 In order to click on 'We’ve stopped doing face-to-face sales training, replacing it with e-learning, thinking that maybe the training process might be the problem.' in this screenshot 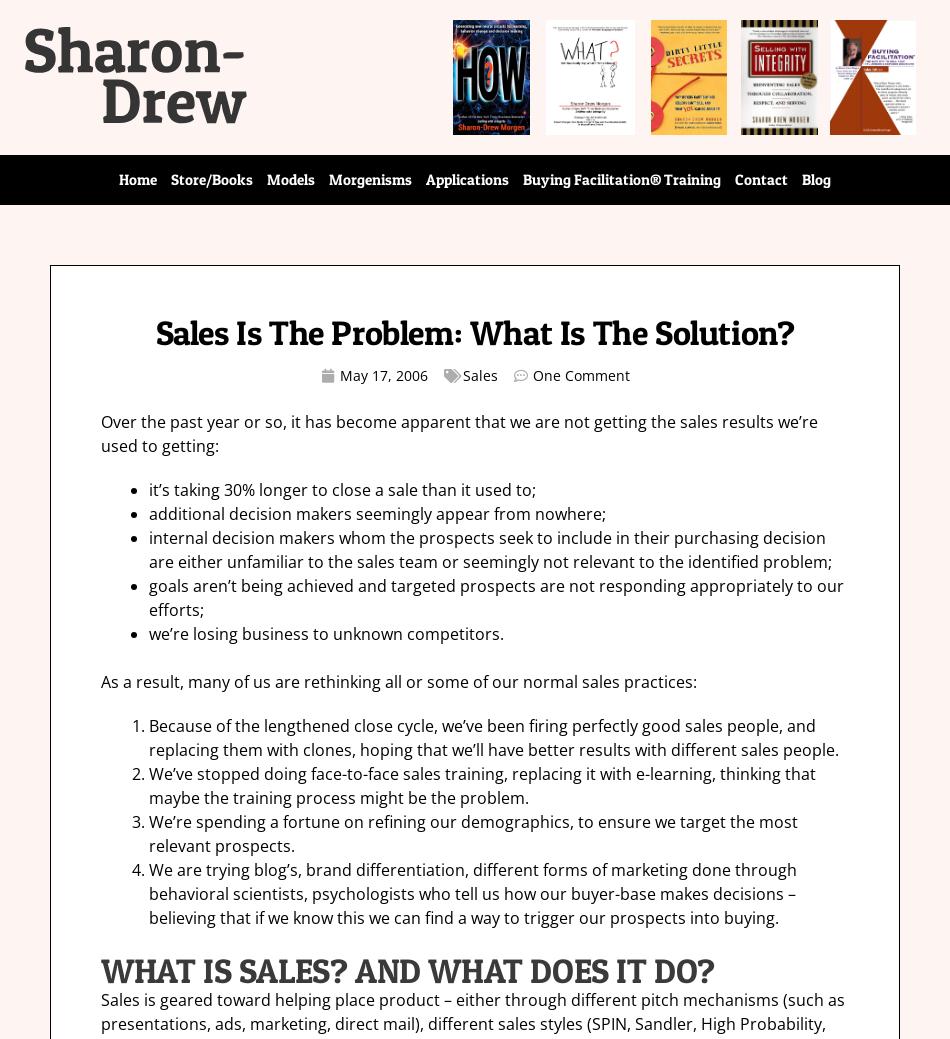, I will do `click(482, 785)`.